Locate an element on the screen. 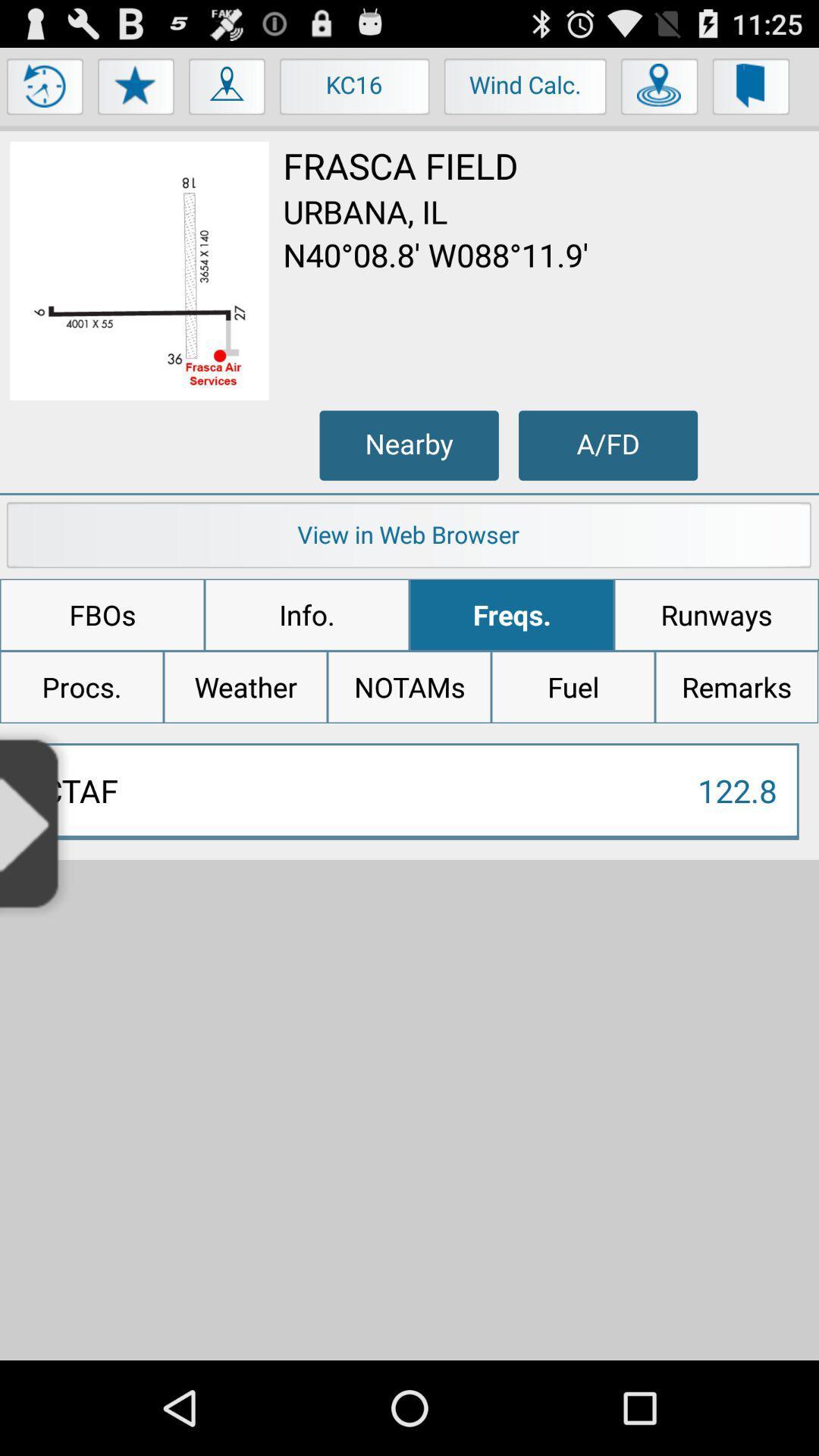 The width and height of the screenshot is (819, 1456). button next to wind calc. is located at coordinates (659, 89).